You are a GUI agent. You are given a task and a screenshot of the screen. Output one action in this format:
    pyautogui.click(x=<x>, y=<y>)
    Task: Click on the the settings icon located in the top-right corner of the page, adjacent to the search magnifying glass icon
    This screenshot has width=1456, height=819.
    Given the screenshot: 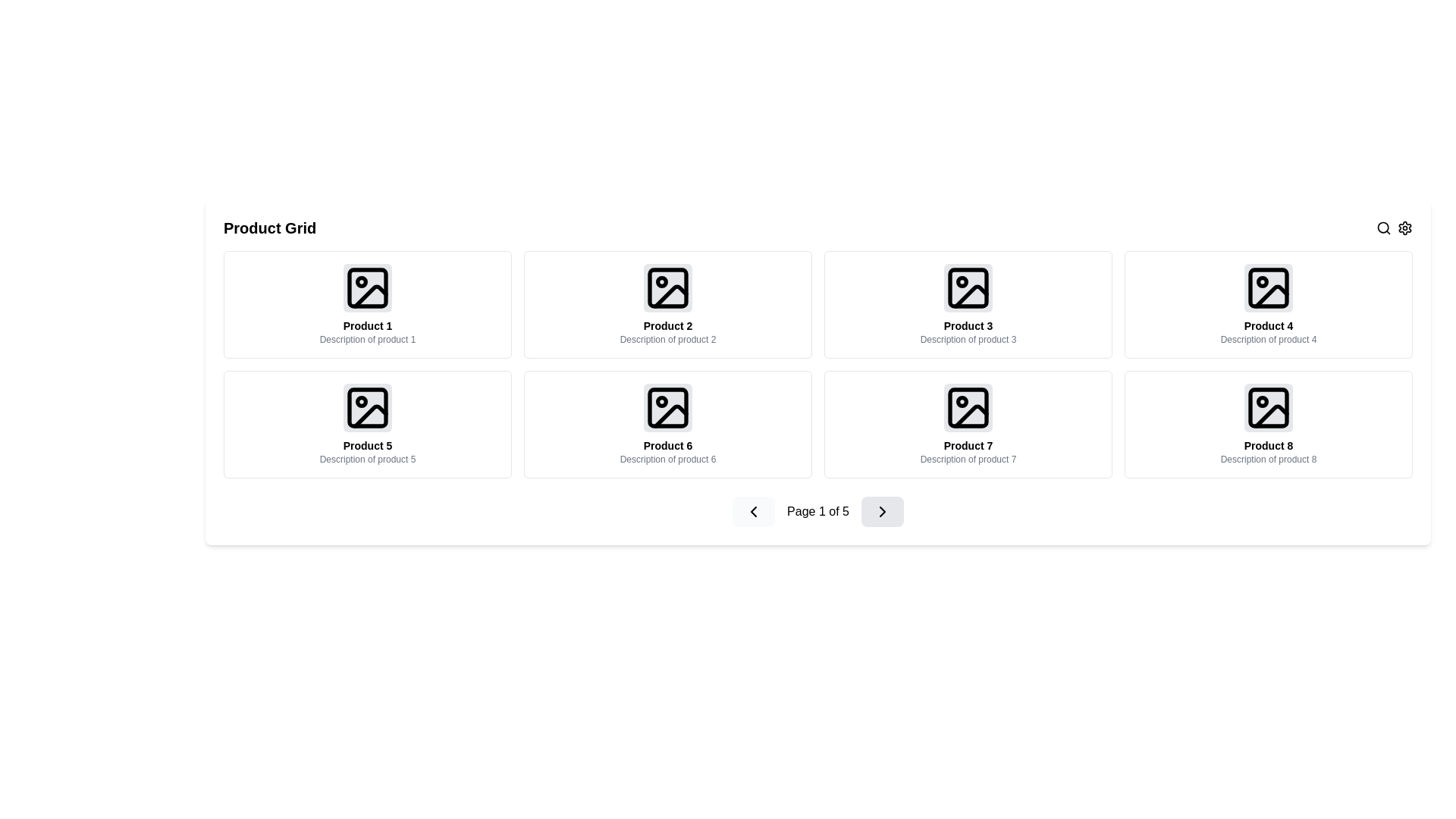 What is the action you would take?
    pyautogui.click(x=1404, y=227)
    